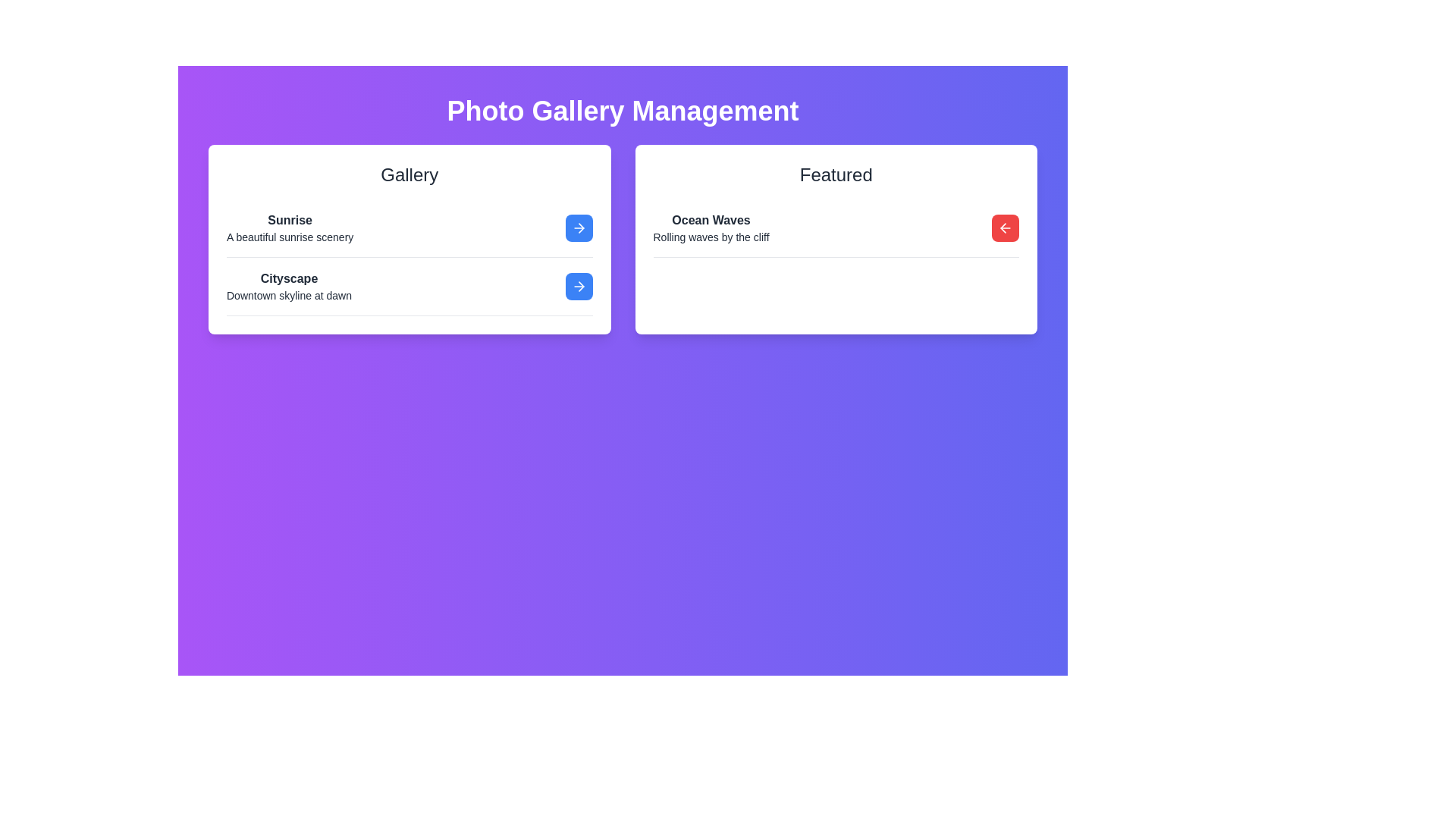 This screenshot has height=819, width=1456. I want to click on the text block titled 'Ocean Waves' with the subtitle 'Rolling waves by the cliff' located in the right card under the 'Featured' section, positioned to the left of a red button with an arrow icon, so click(711, 227).